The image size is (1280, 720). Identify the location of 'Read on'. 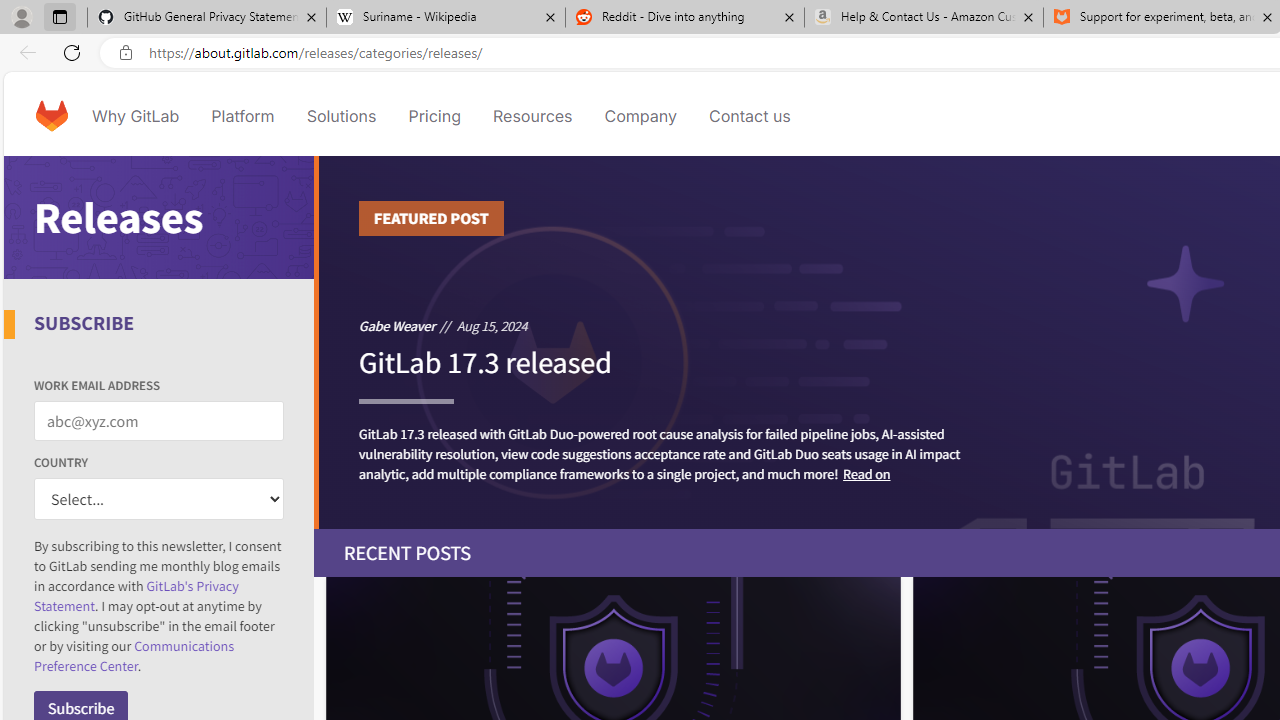
(867, 473).